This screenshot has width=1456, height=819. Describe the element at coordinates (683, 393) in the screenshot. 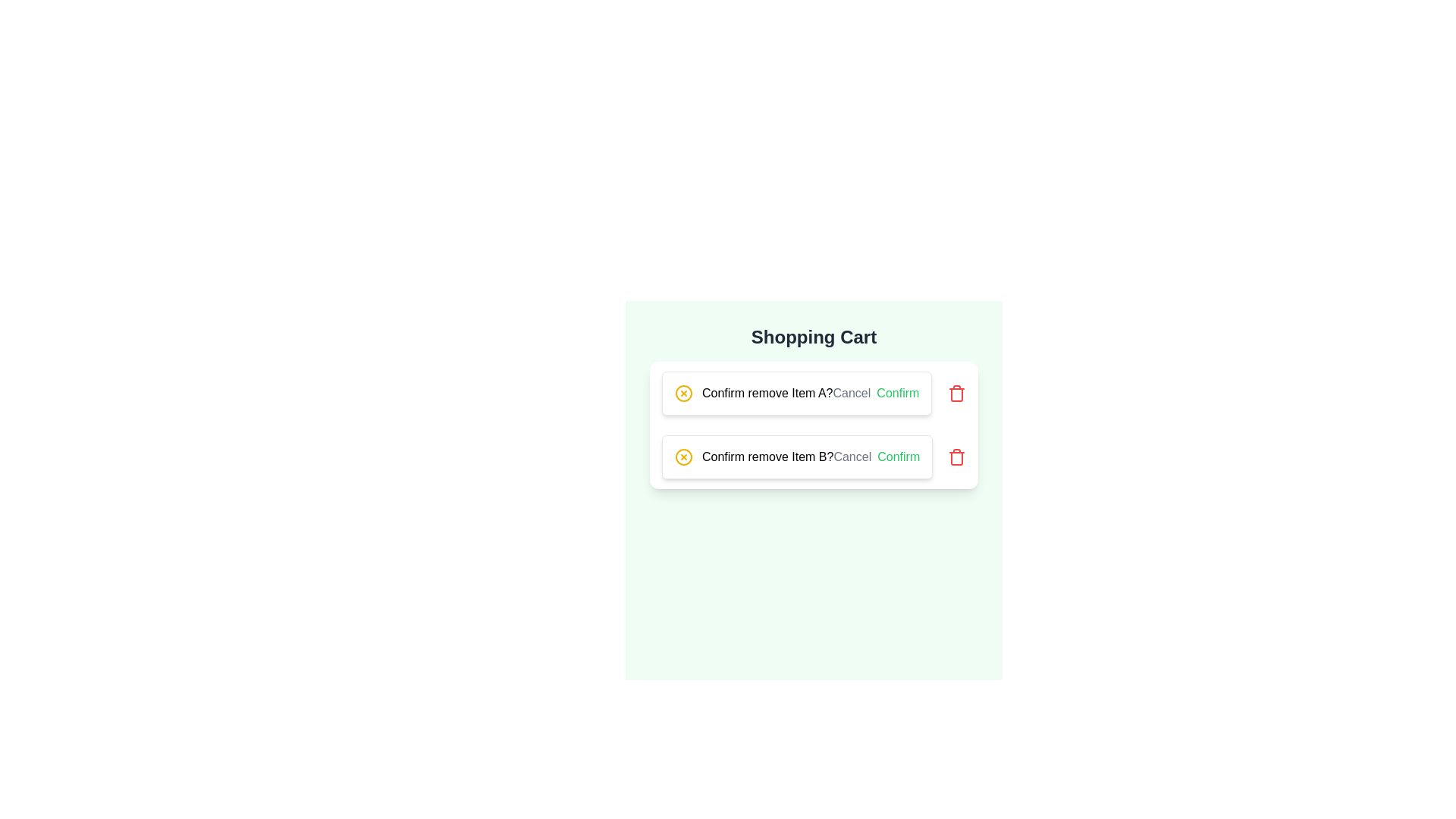

I see `the warning icon positioned` at that location.